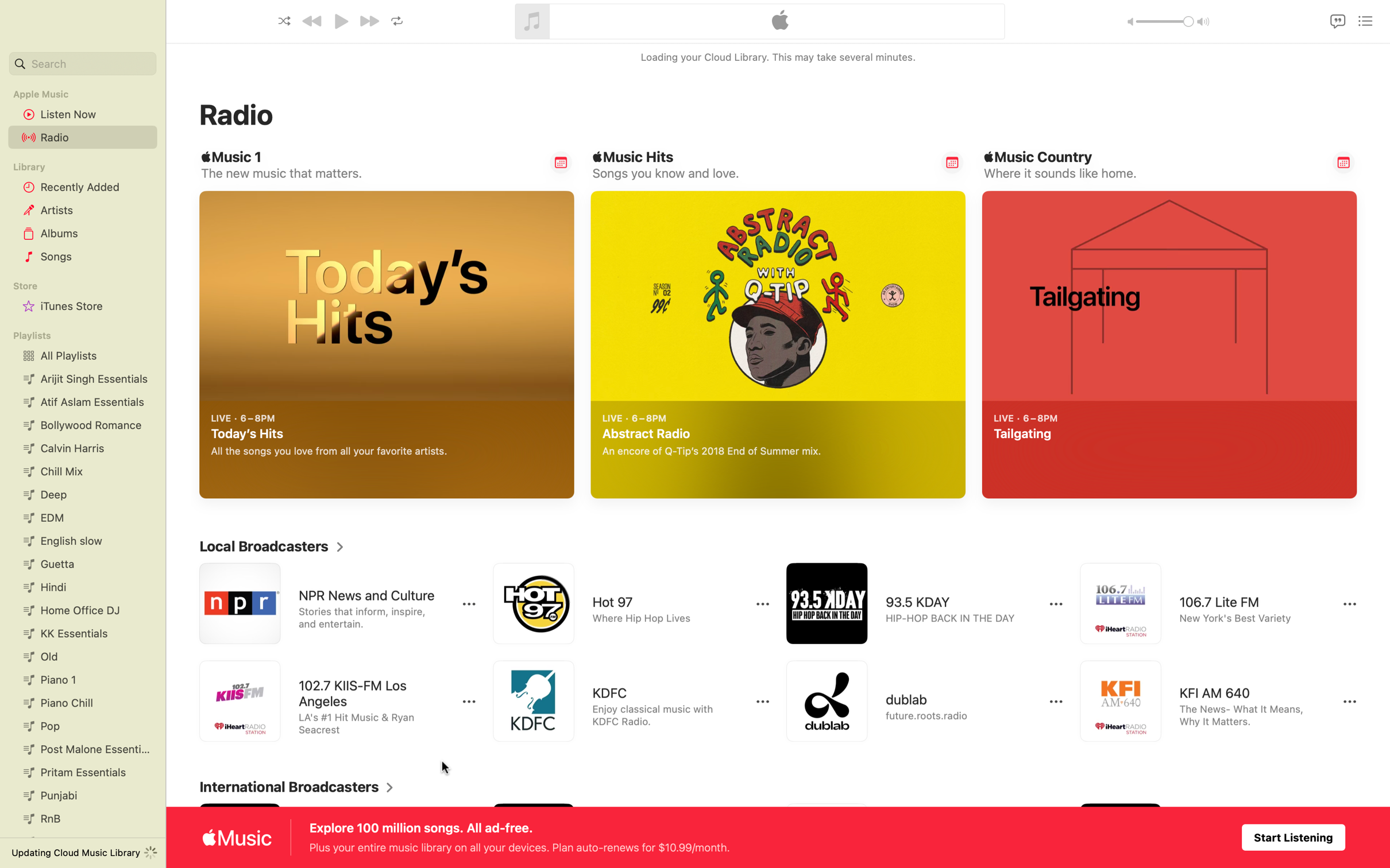  I want to click on Send alert for Country Music, so click(1343, 161).